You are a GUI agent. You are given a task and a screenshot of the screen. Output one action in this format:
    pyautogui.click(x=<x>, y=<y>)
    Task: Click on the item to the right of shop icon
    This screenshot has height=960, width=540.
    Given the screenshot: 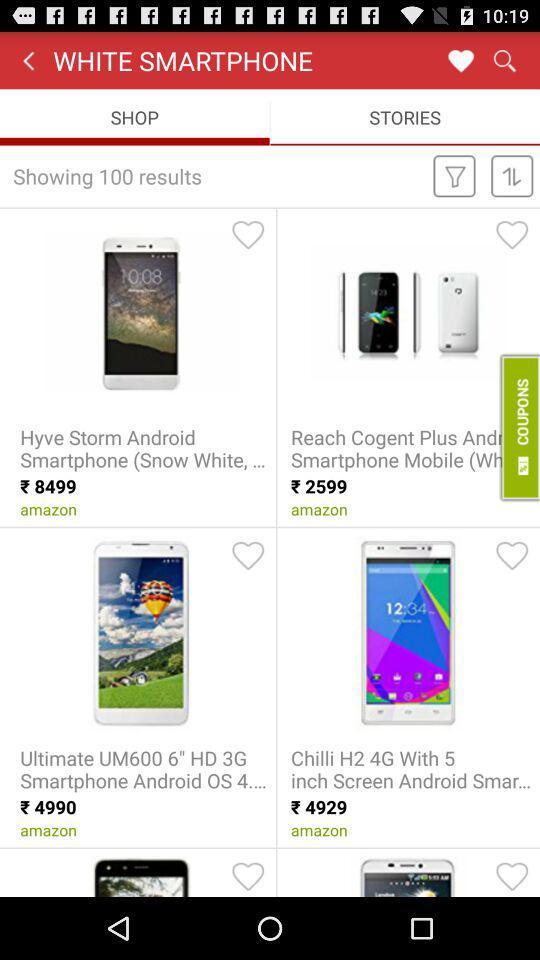 What is the action you would take?
    pyautogui.click(x=405, y=117)
    